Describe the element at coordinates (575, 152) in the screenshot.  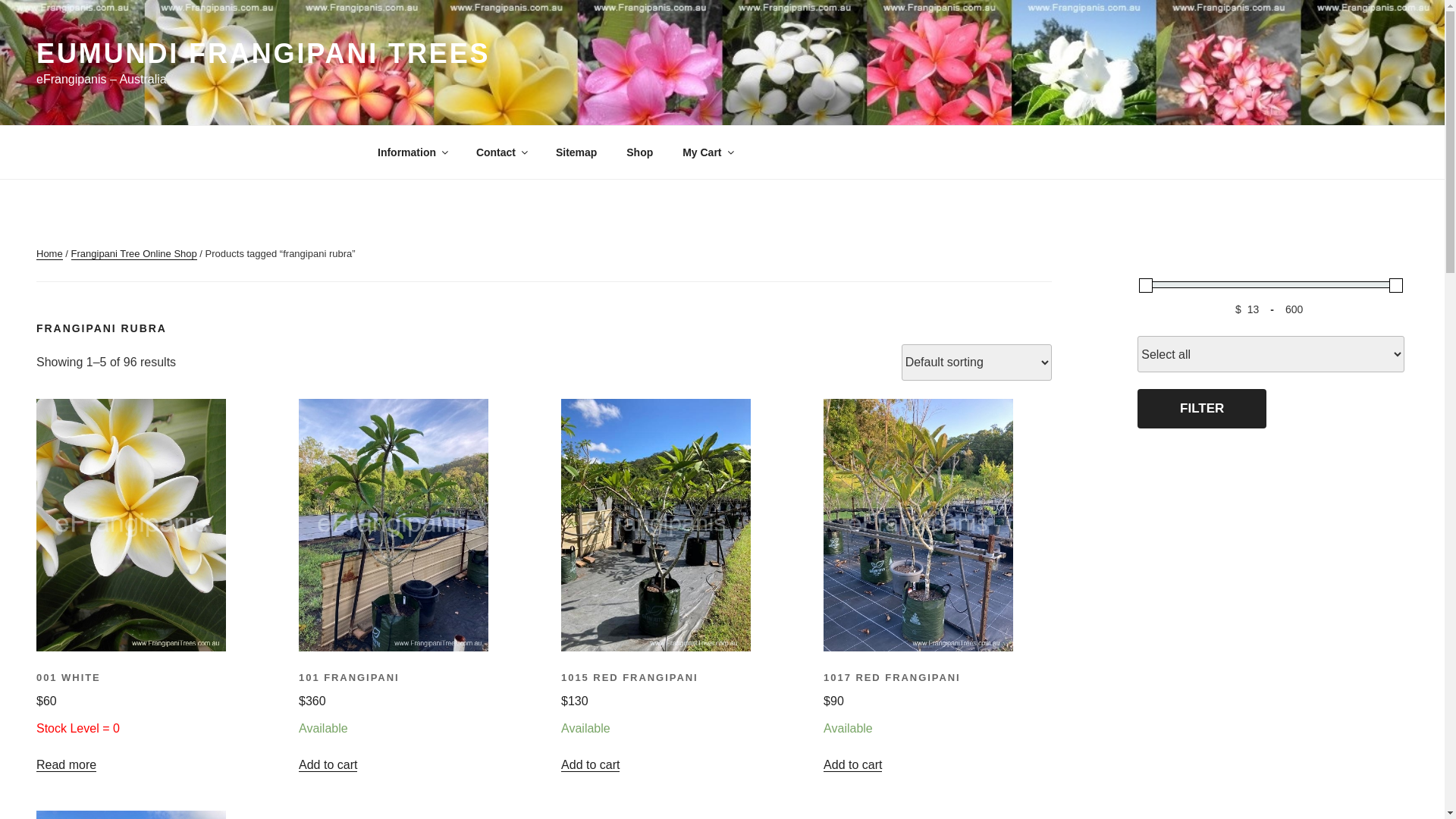
I see `'Sitemap'` at that location.